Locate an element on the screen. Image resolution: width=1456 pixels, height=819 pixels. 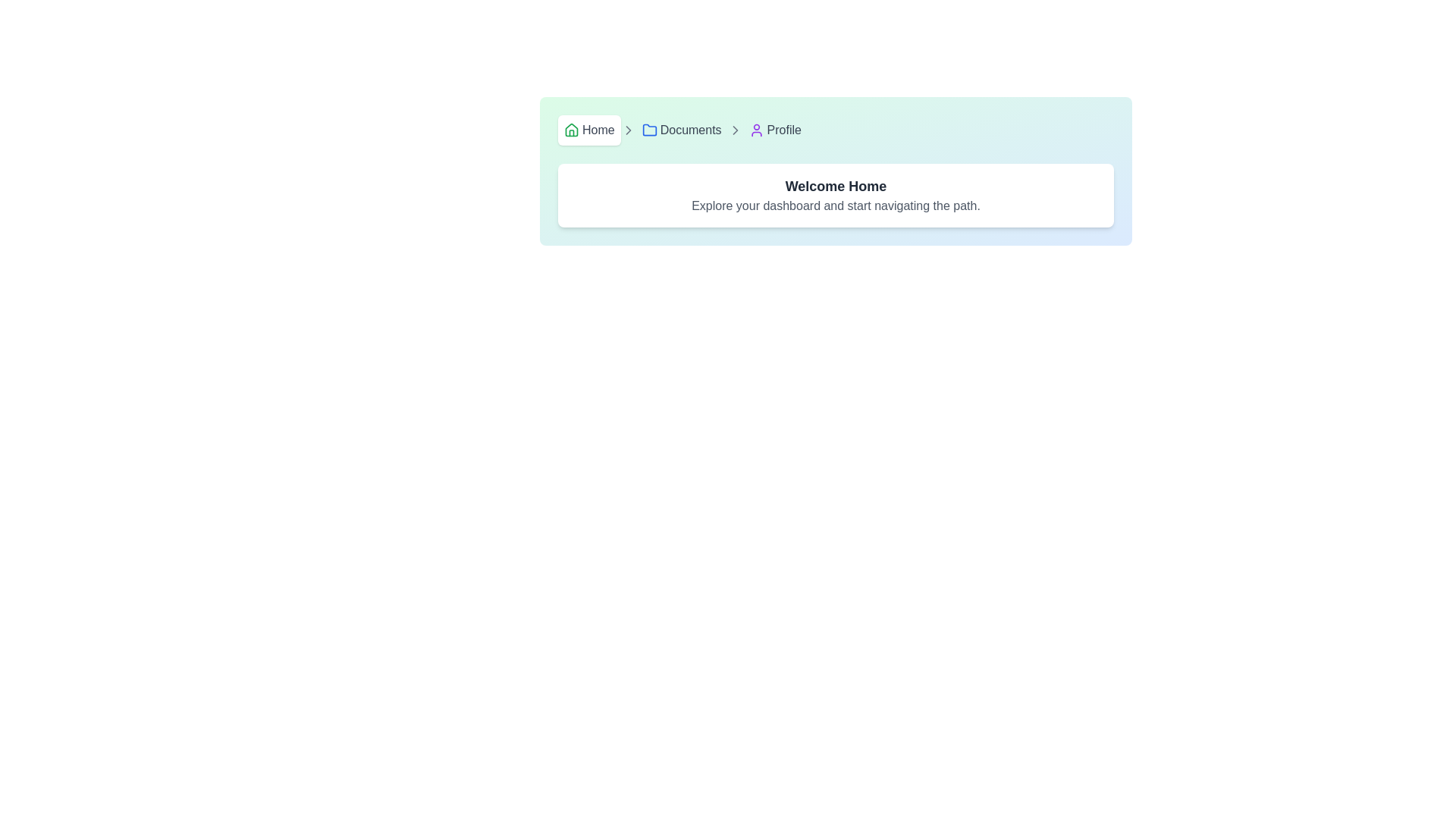
the 'Profile' text label, which is part of the navigation breadcrumb trail and is positioned near a purple user icon is located at coordinates (783, 130).